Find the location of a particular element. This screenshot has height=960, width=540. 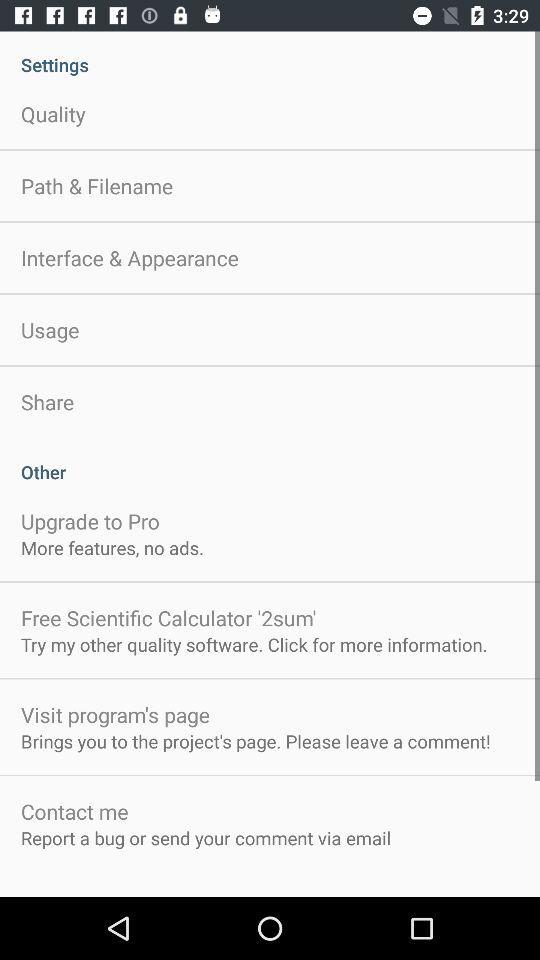

app below upgrade to pro icon is located at coordinates (112, 547).